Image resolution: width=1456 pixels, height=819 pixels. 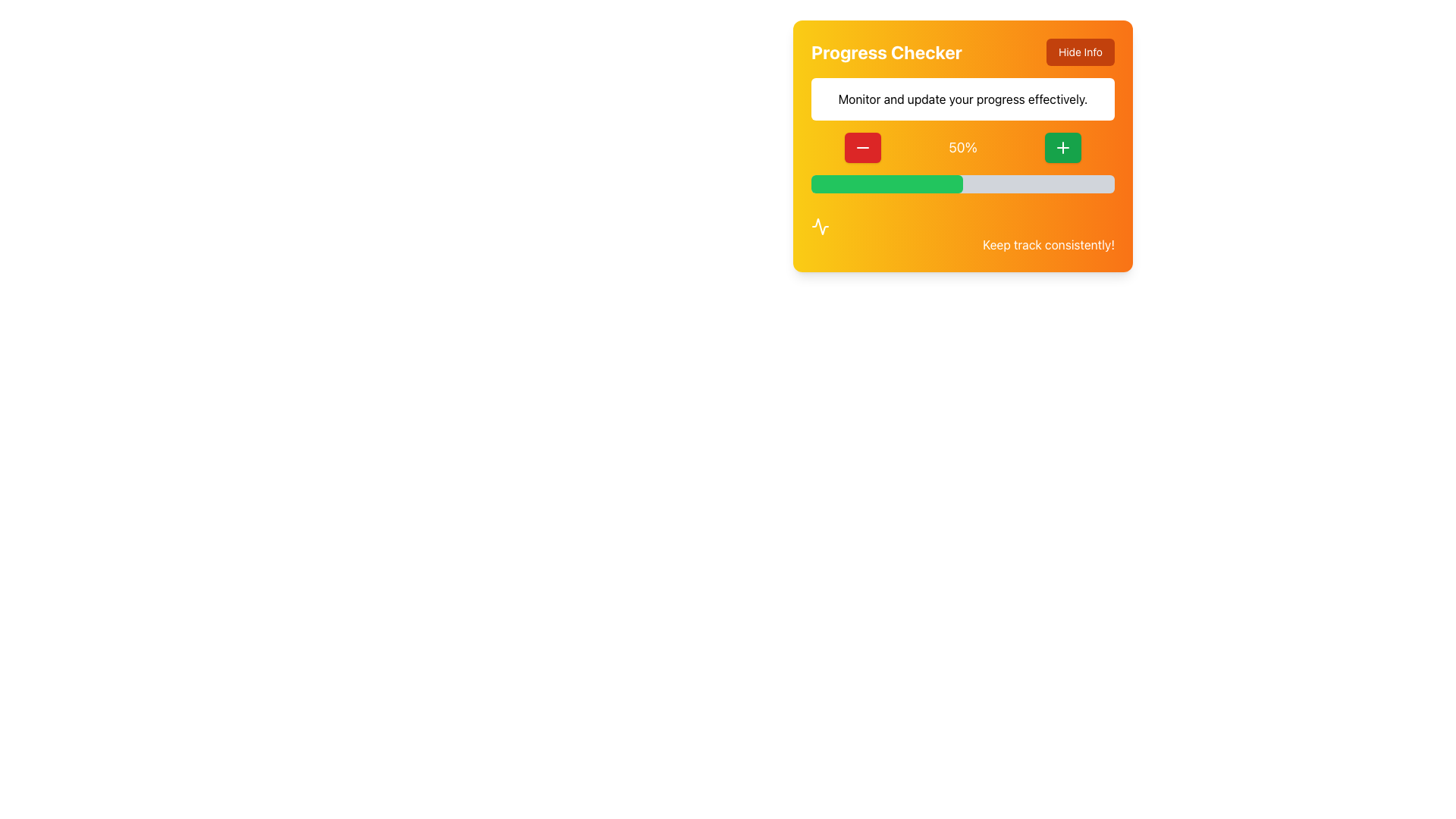 I want to click on the static text label located at the bottom-right corner of the widget, which serves as an informative label beneath the horizontal progress bar, so click(x=1047, y=244).